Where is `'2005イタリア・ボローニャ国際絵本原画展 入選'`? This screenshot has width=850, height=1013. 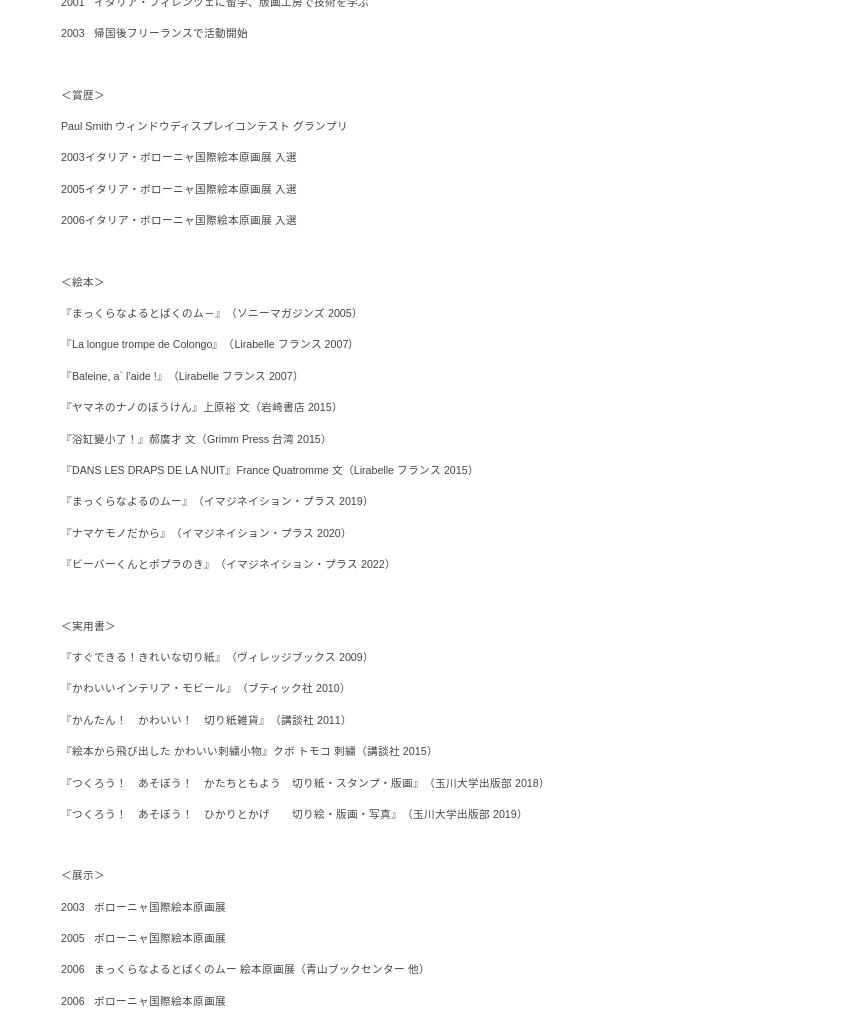
'2005イタリア・ボローニャ国際絵本原画展 入選' is located at coordinates (177, 188).